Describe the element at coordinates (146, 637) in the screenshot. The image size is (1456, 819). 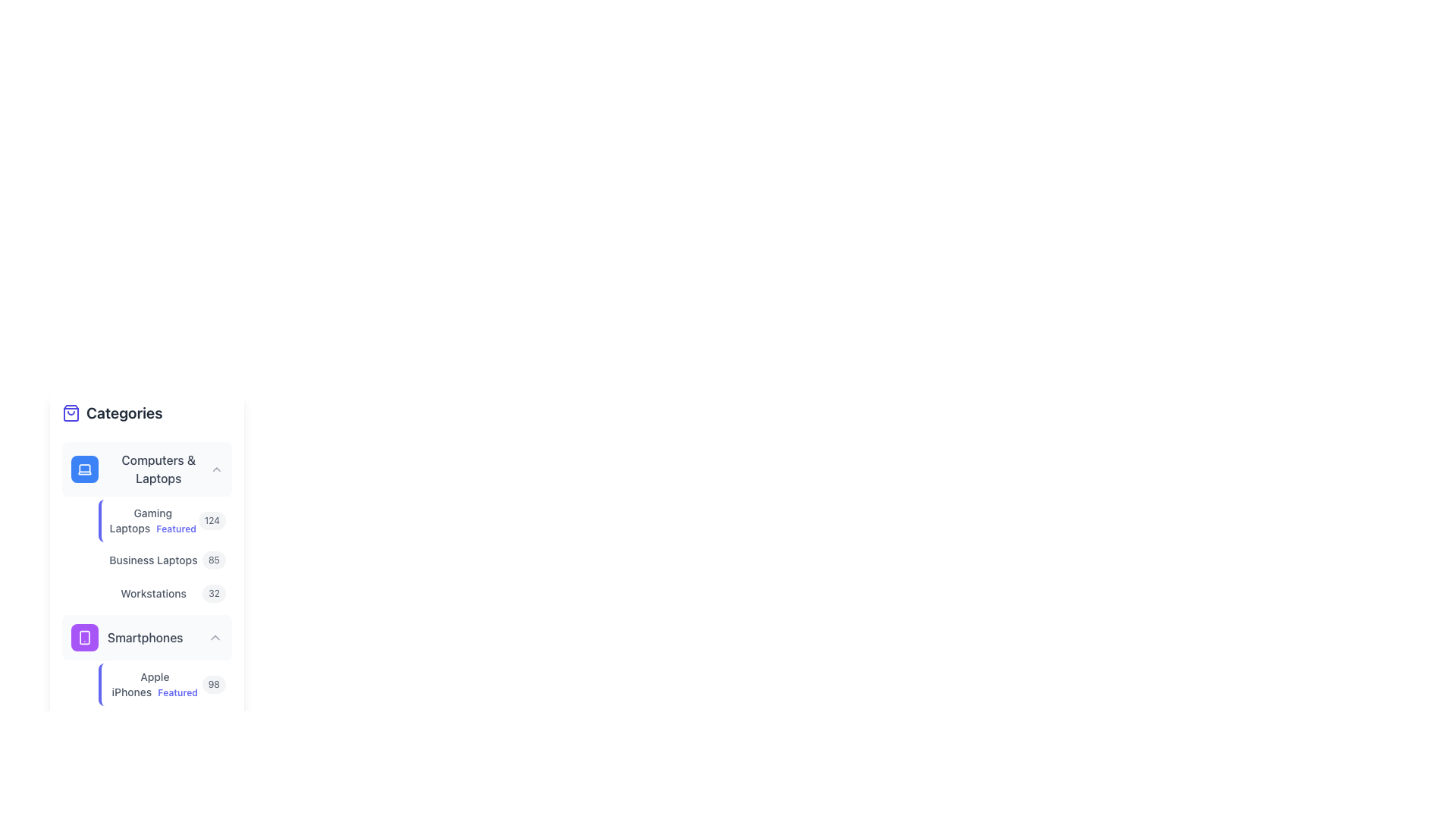
I see `the chevron-down icon on the 'Smartphones' collapsible navigation menu item` at that location.